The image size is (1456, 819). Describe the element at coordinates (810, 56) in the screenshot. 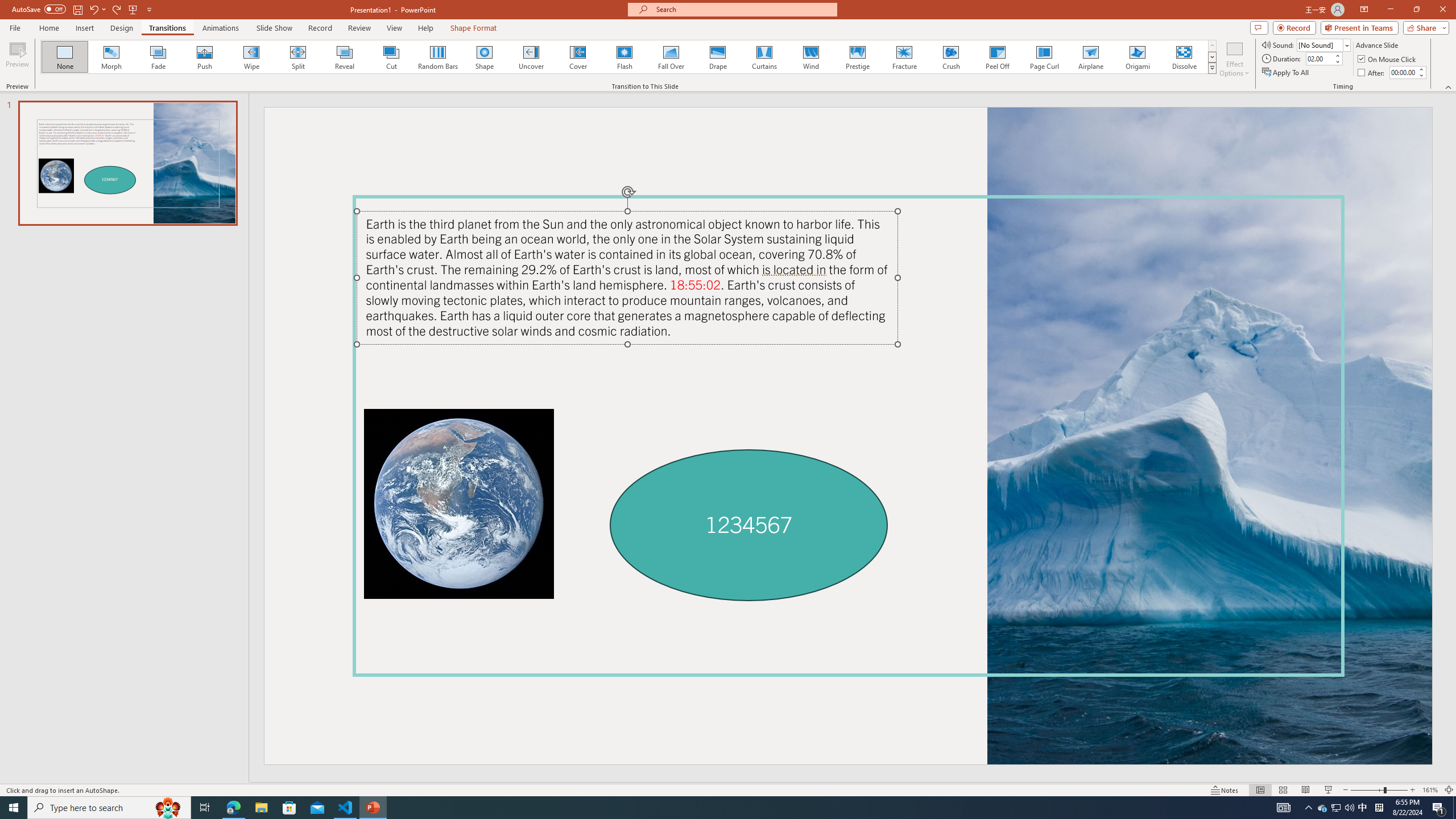

I see `'Wind'` at that location.